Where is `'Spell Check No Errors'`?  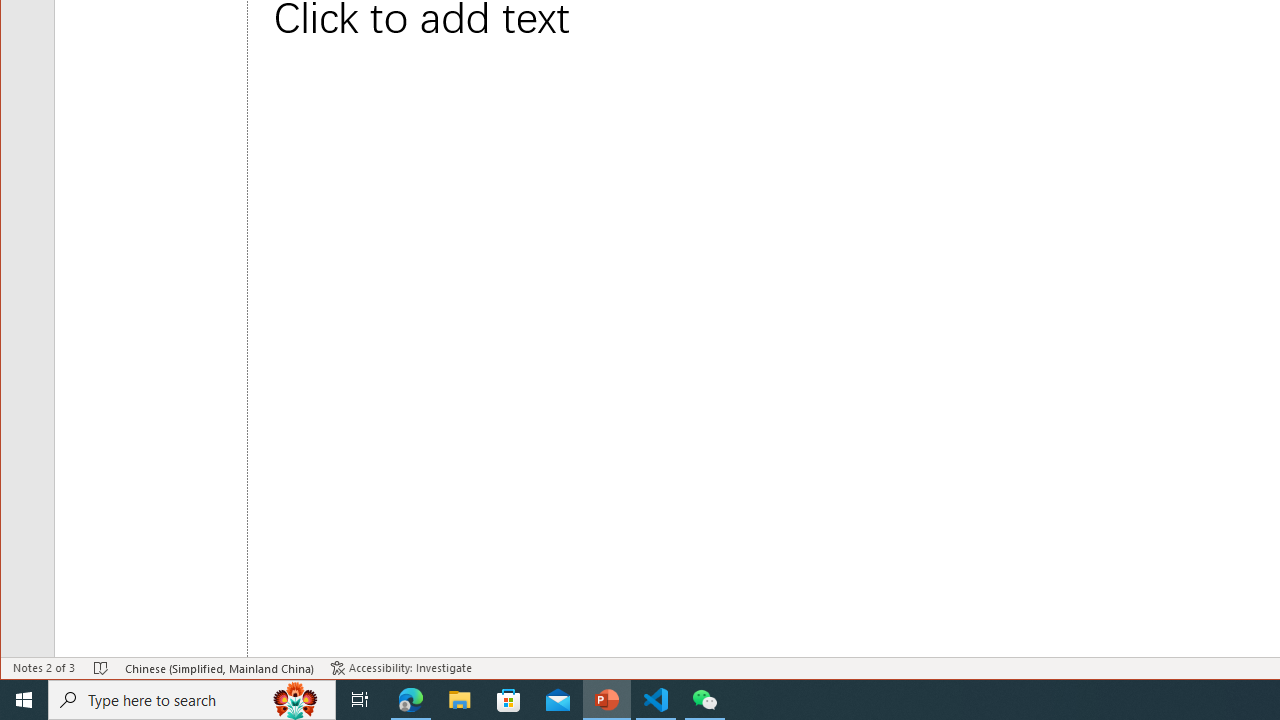 'Spell Check No Errors' is located at coordinates (100, 668).